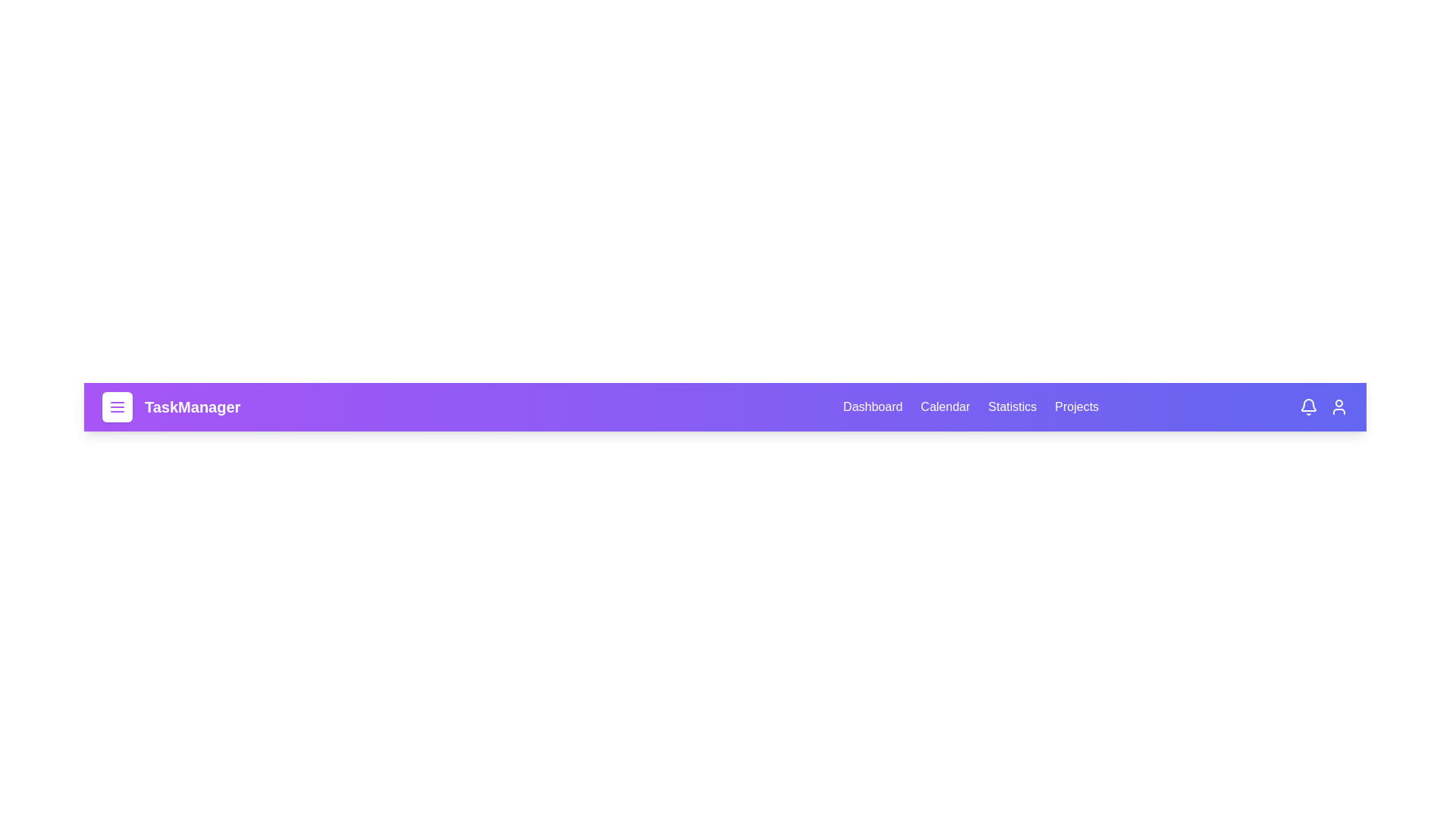  What do you see at coordinates (192, 406) in the screenshot?
I see `the 'TaskManager' logo to navigate to the homepage` at bounding box center [192, 406].